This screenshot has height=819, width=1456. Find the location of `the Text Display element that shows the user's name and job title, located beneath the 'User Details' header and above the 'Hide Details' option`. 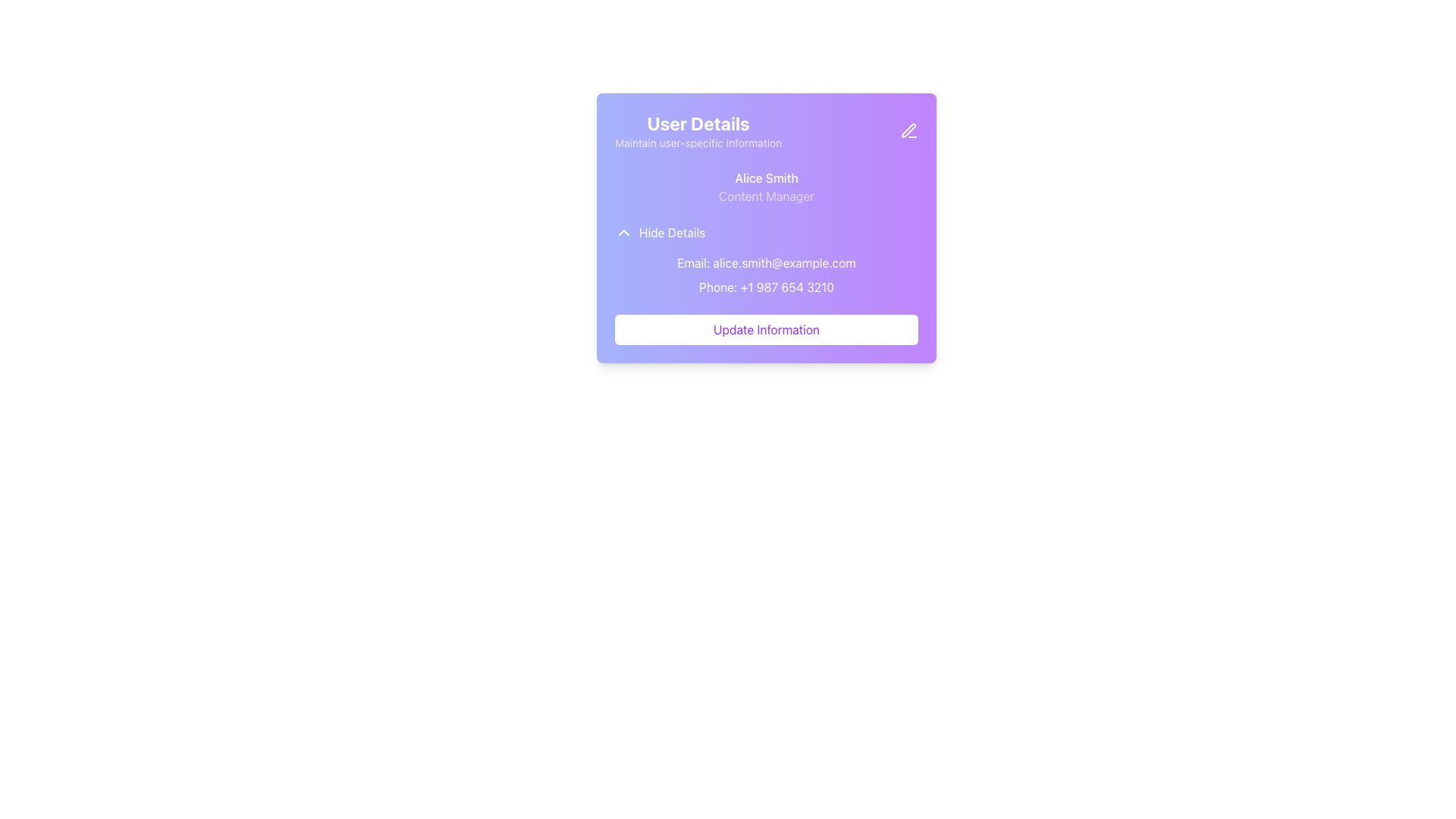

the Text Display element that shows the user's name and job title, located beneath the 'User Details' header and above the 'Hide Details' option is located at coordinates (767, 186).